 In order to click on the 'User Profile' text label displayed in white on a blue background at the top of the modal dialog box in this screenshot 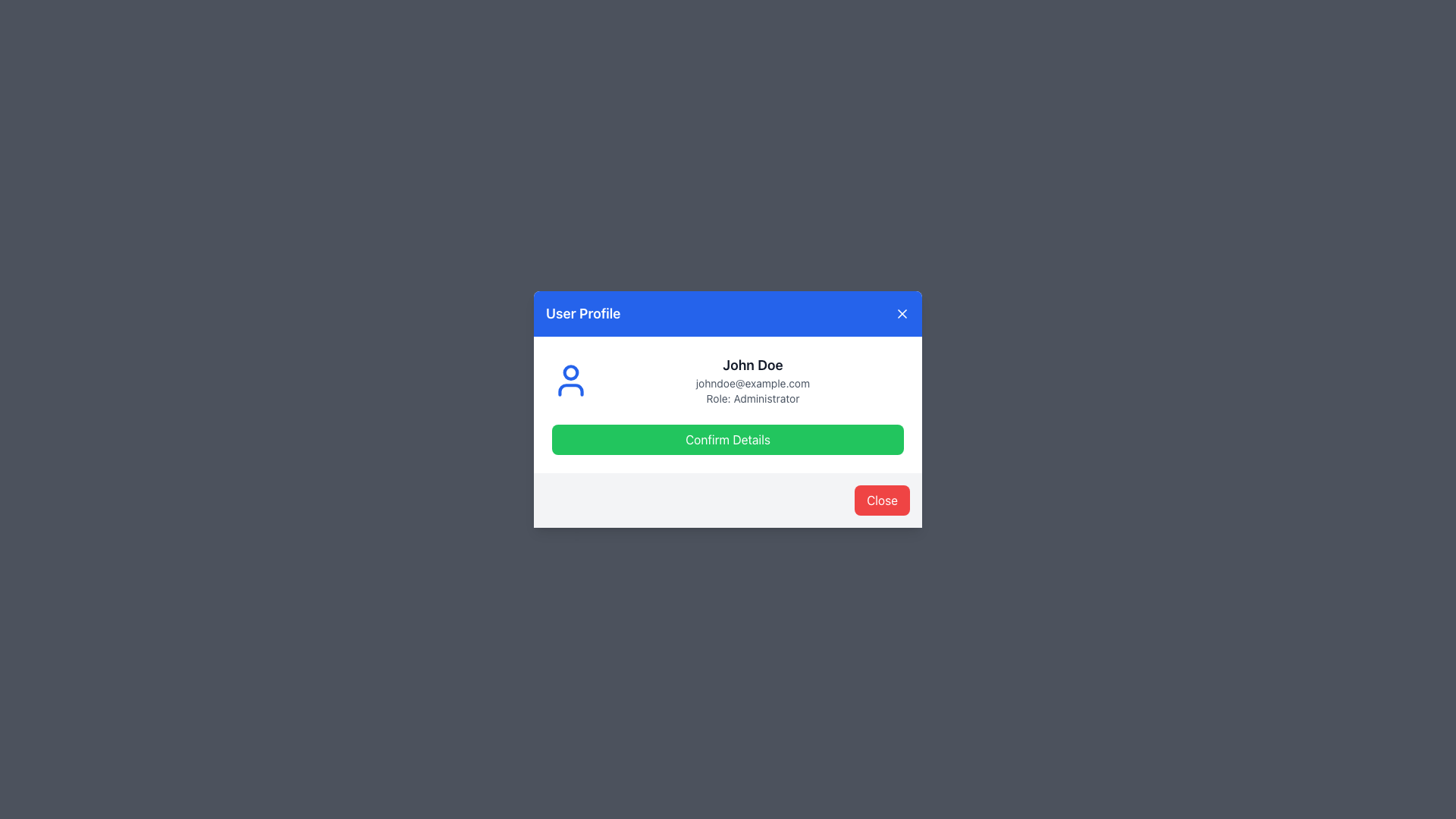, I will do `click(582, 312)`.